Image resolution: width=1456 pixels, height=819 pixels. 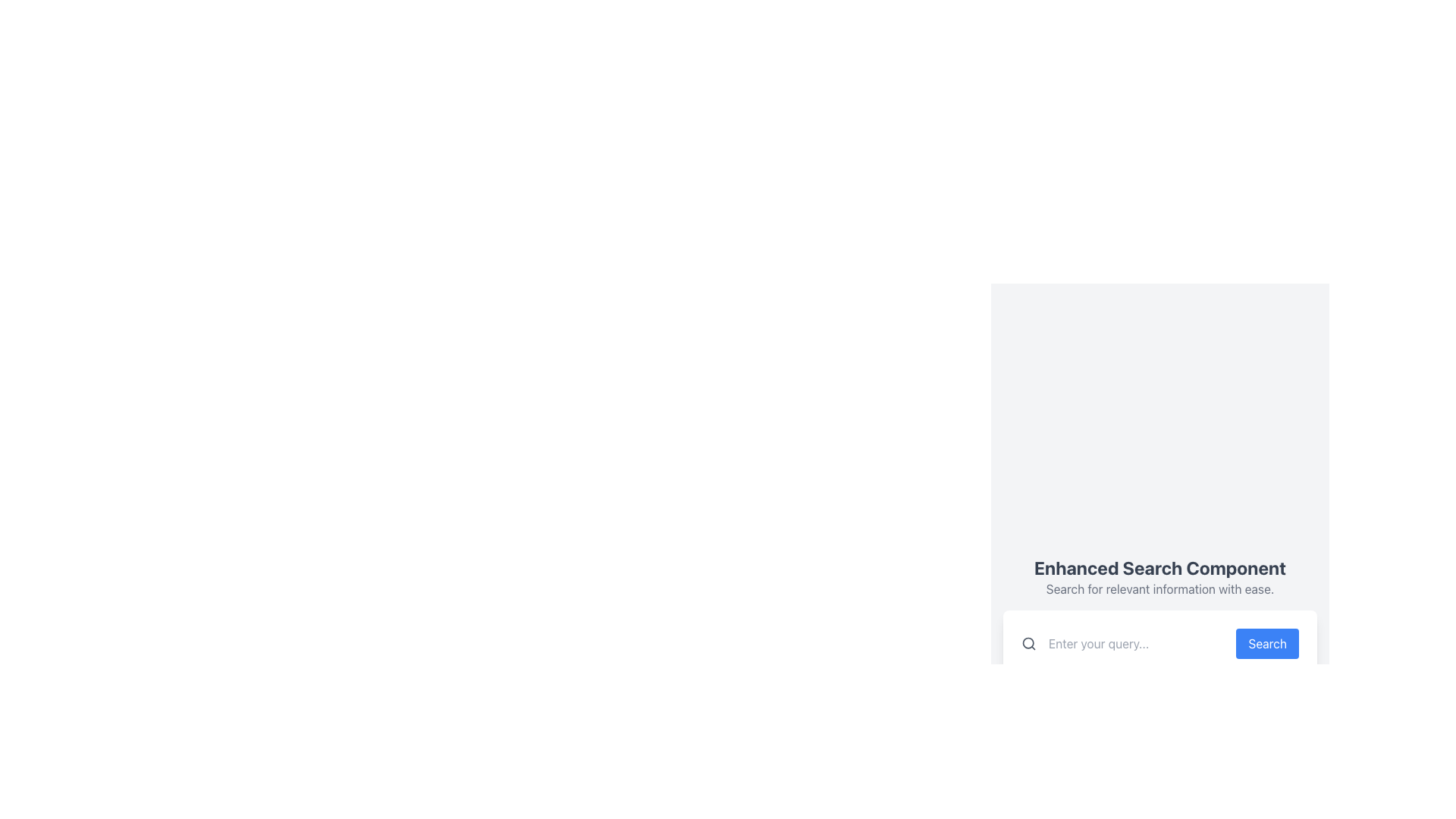 What do you see at coordinates (1029, 643) in the screenshot?
I see `the magnifying glass icon, which is styled as an SVG graphic with a circular lens and a short handle, and is positioned directly to the left of a text input field` at bounding box center [1029, 643].